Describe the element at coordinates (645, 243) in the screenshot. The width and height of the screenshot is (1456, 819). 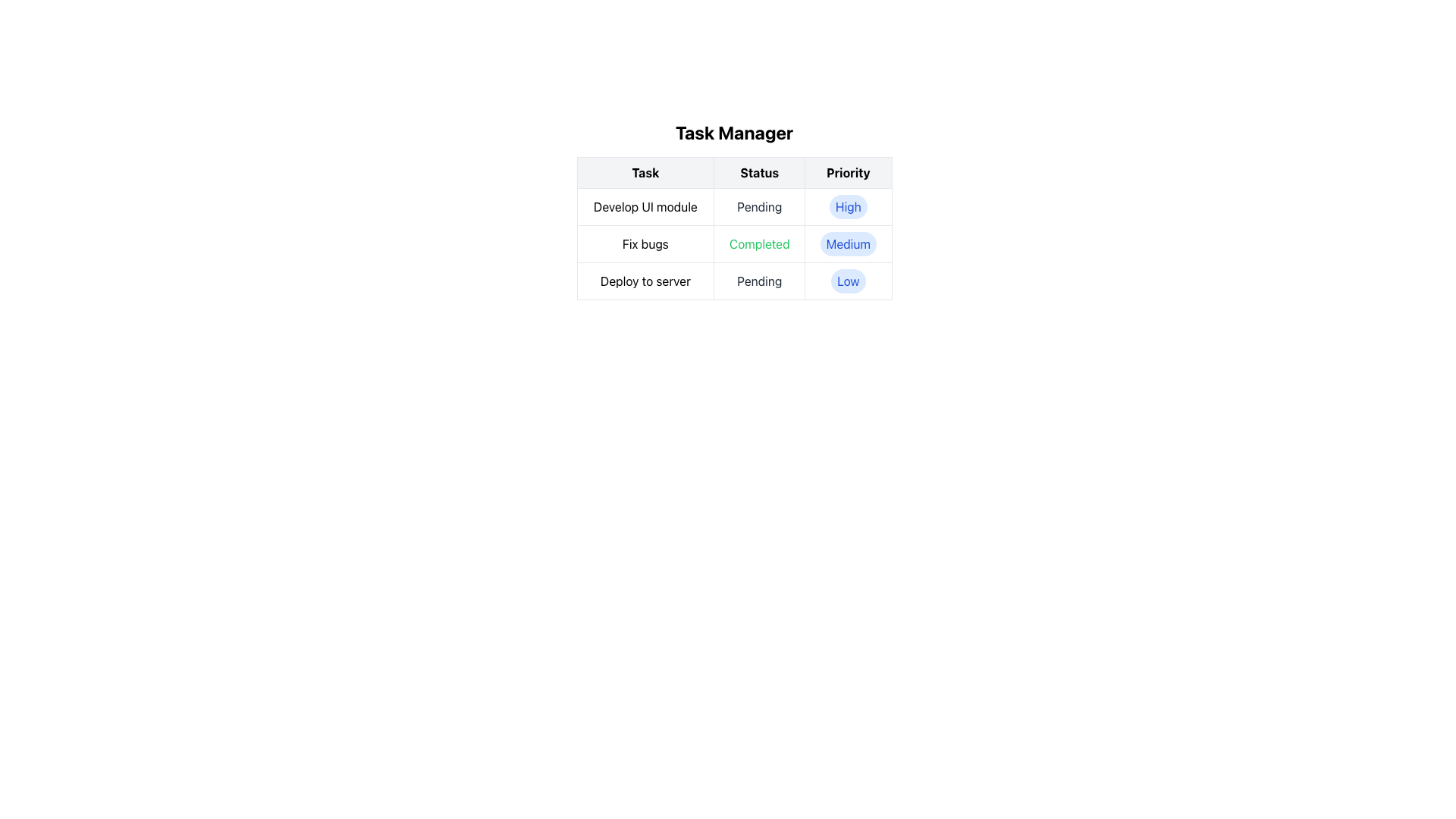
I see `the rectangular text label containing the text 'Fix bugs', which is styled with padding and borders, located in the second row of a three-column table under the 'Task' column` at that location.